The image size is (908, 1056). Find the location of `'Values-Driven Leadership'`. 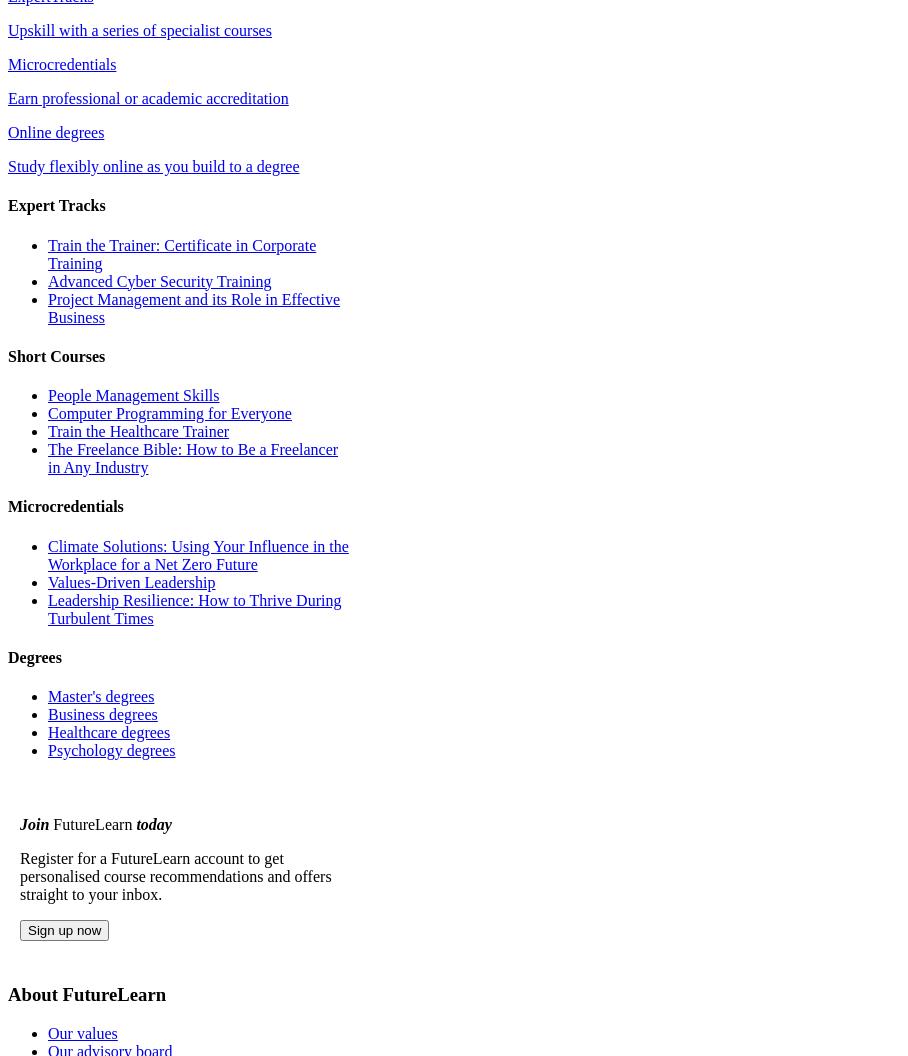

'Values-Driven Leadership' is located at coordinates (131, 581).